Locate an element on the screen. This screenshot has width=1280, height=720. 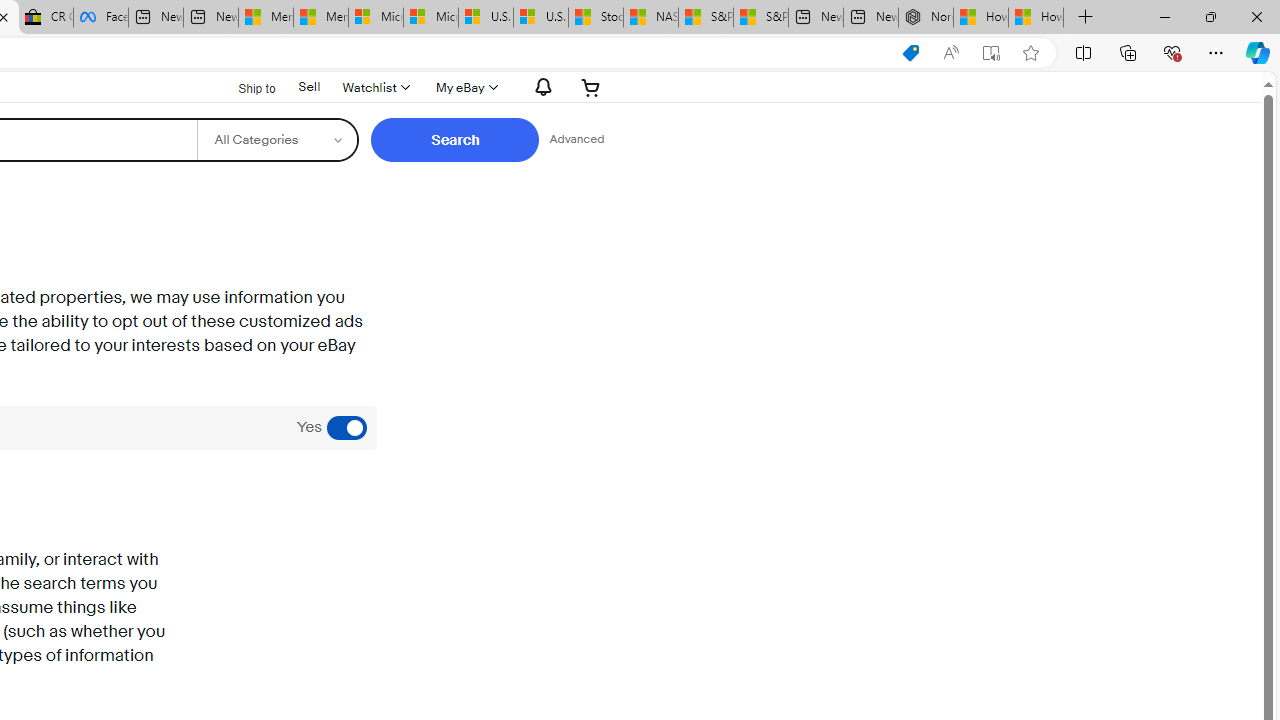
'WatchlistExpand Watch List' is located at coordinates (375, 86).